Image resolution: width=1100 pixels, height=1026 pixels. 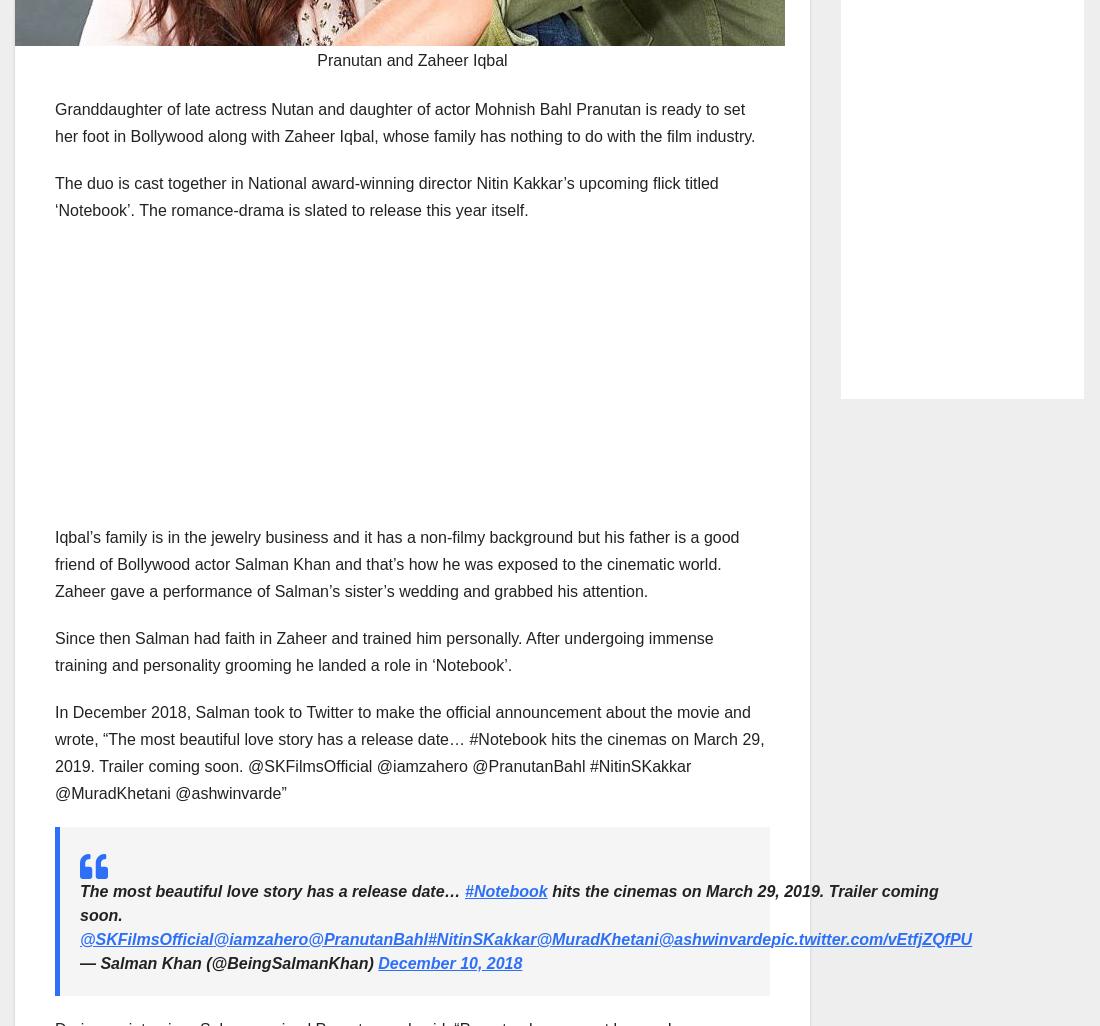 I want to click on 'The most beautiful love story has a release date…', so click(x=79, y=889).